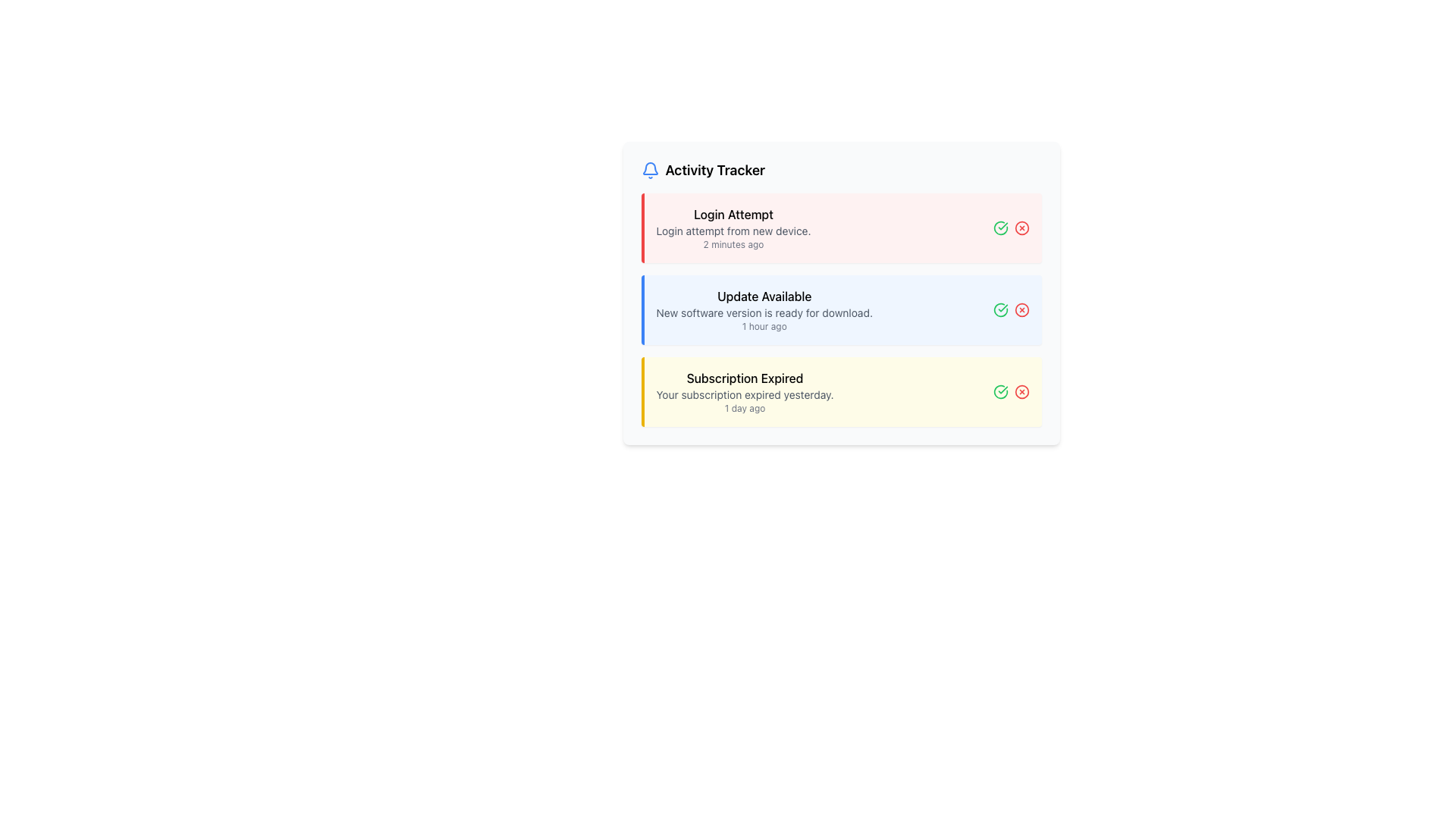  What do you see at coordinates (733, 231) in the screenshot?
I see `the Text label that provides information about a login attempt notification from a new device, positioned below 'Login Attempt' and above '2 minutes ago'` at bounding box center [733, 231].